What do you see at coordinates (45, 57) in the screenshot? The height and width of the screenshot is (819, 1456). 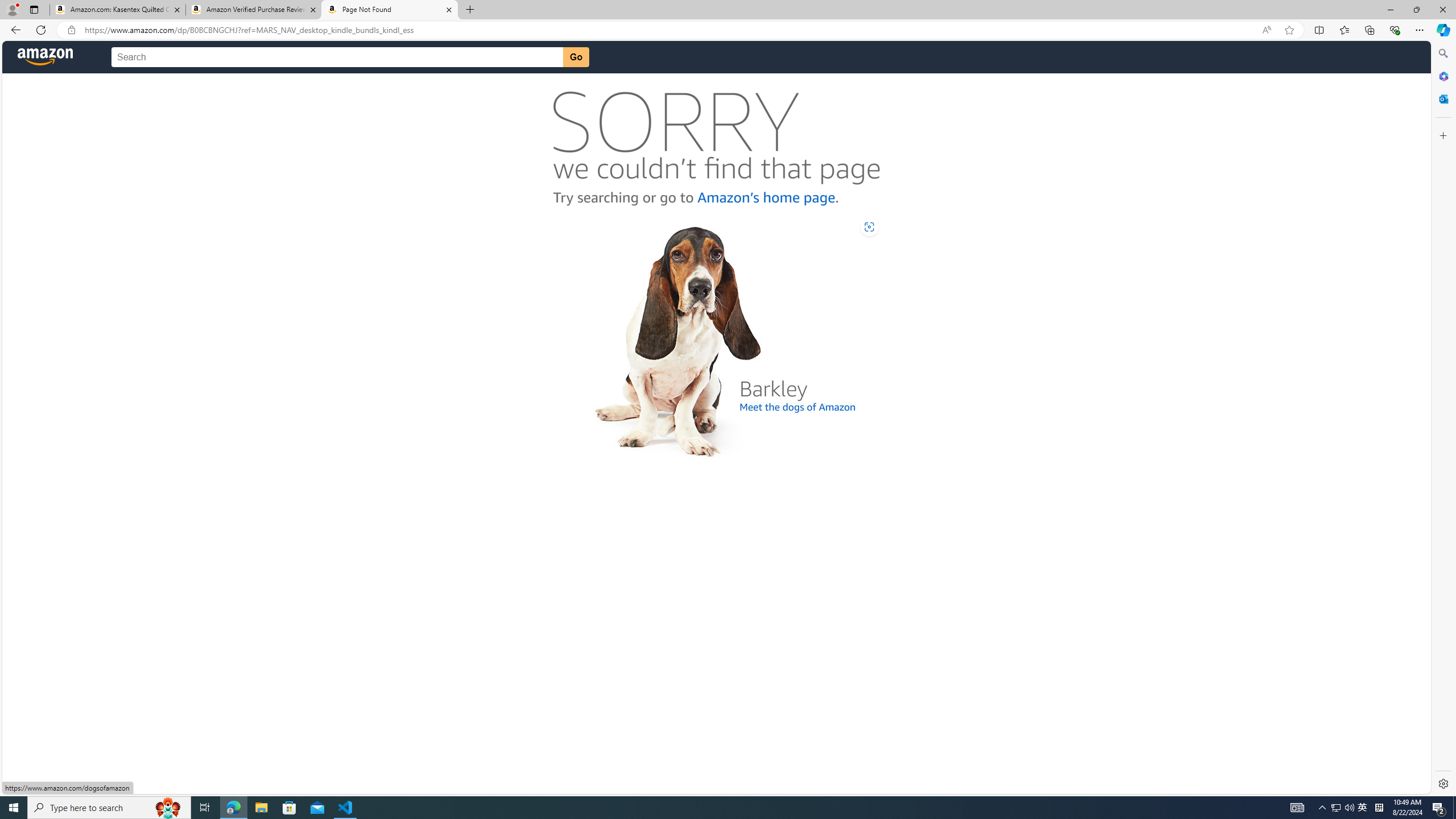 I see `'Amazon'` at bounding box center [45, 57].